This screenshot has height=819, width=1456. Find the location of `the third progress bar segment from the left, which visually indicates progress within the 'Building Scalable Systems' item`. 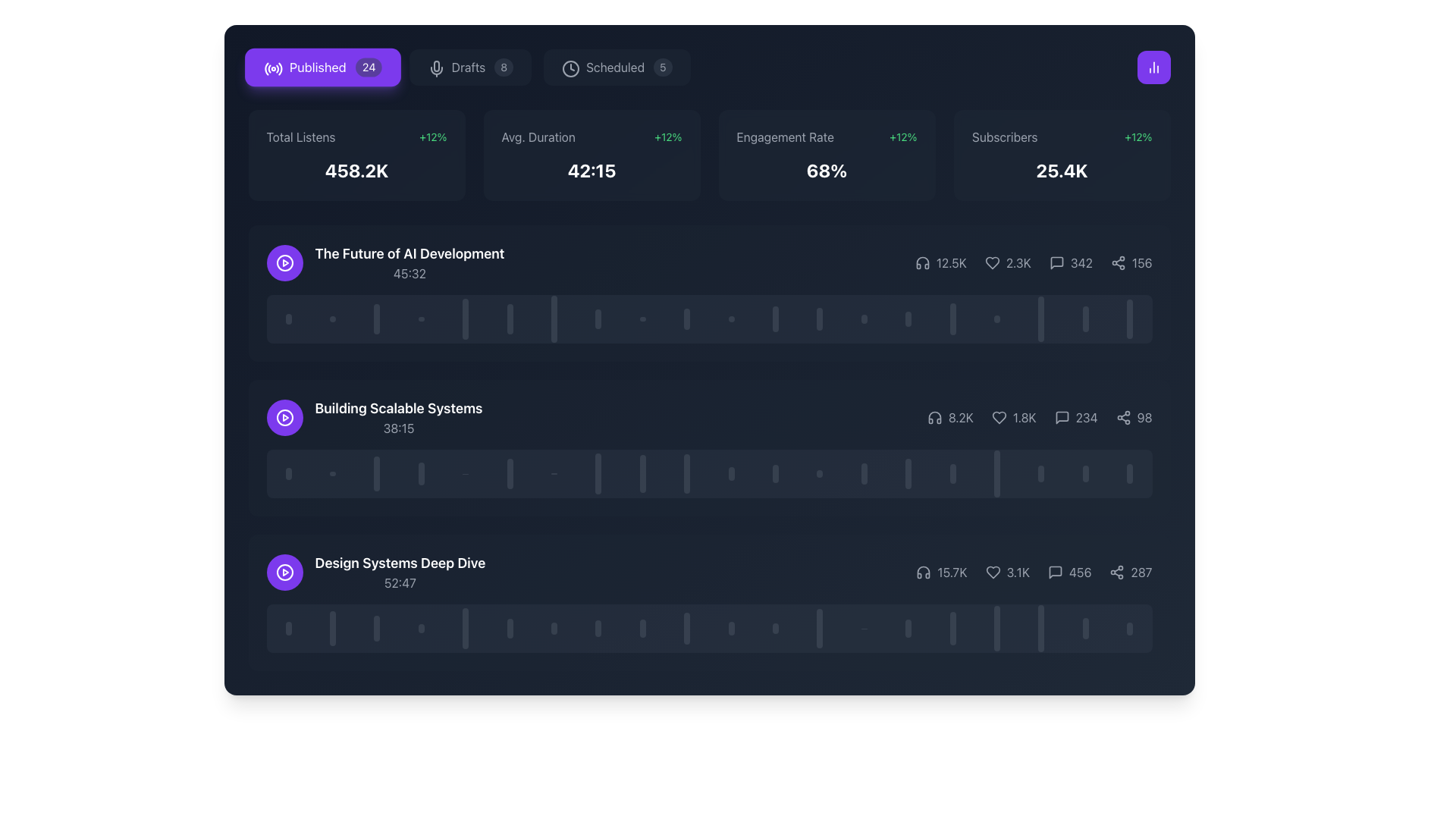

the third progress bar segment from the left, which visually indicates progress within the 'Building Scalable Systems' item is located at coordinates (377, 472).